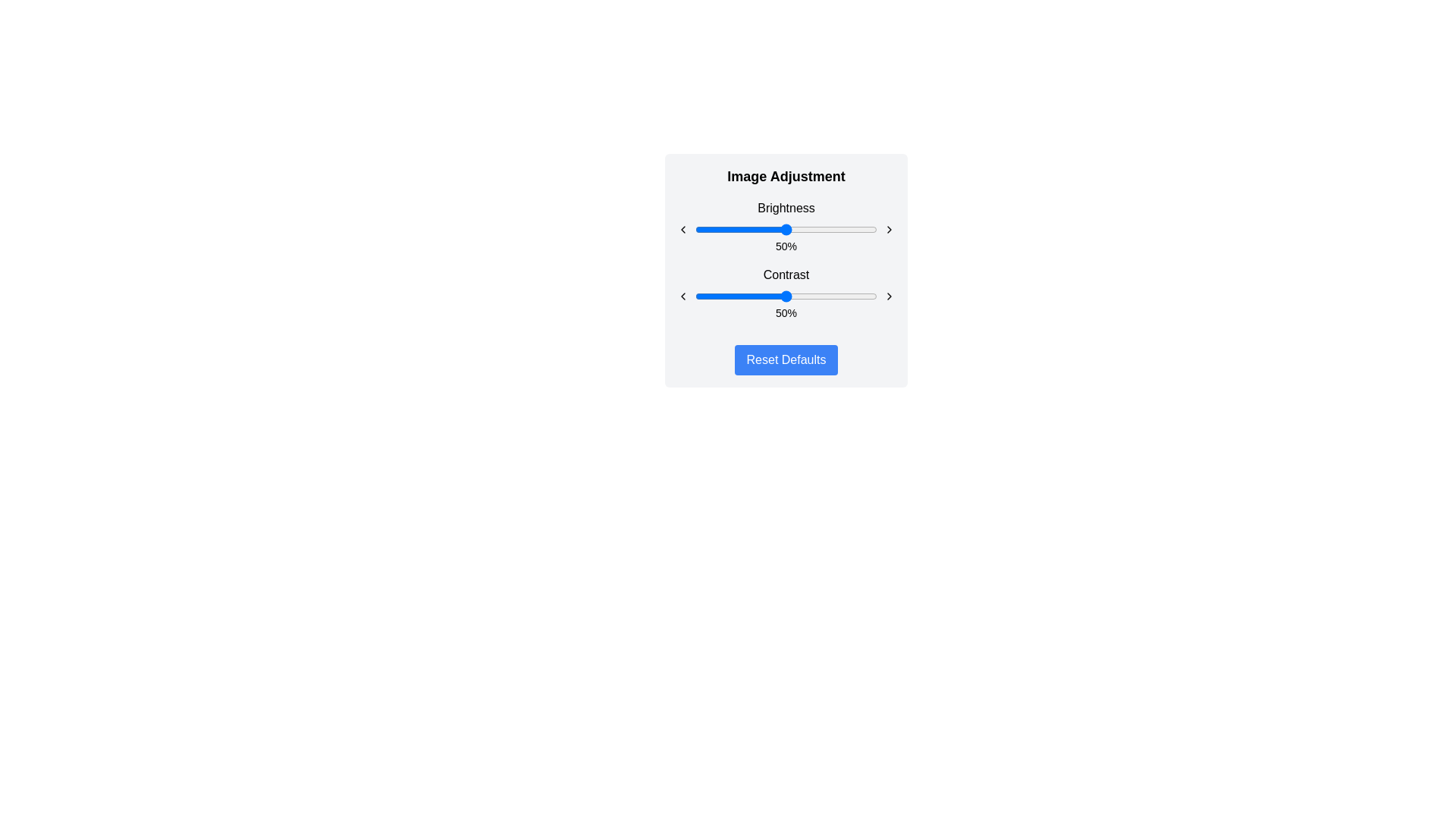  I want to click on brightness, so click(764, 230).